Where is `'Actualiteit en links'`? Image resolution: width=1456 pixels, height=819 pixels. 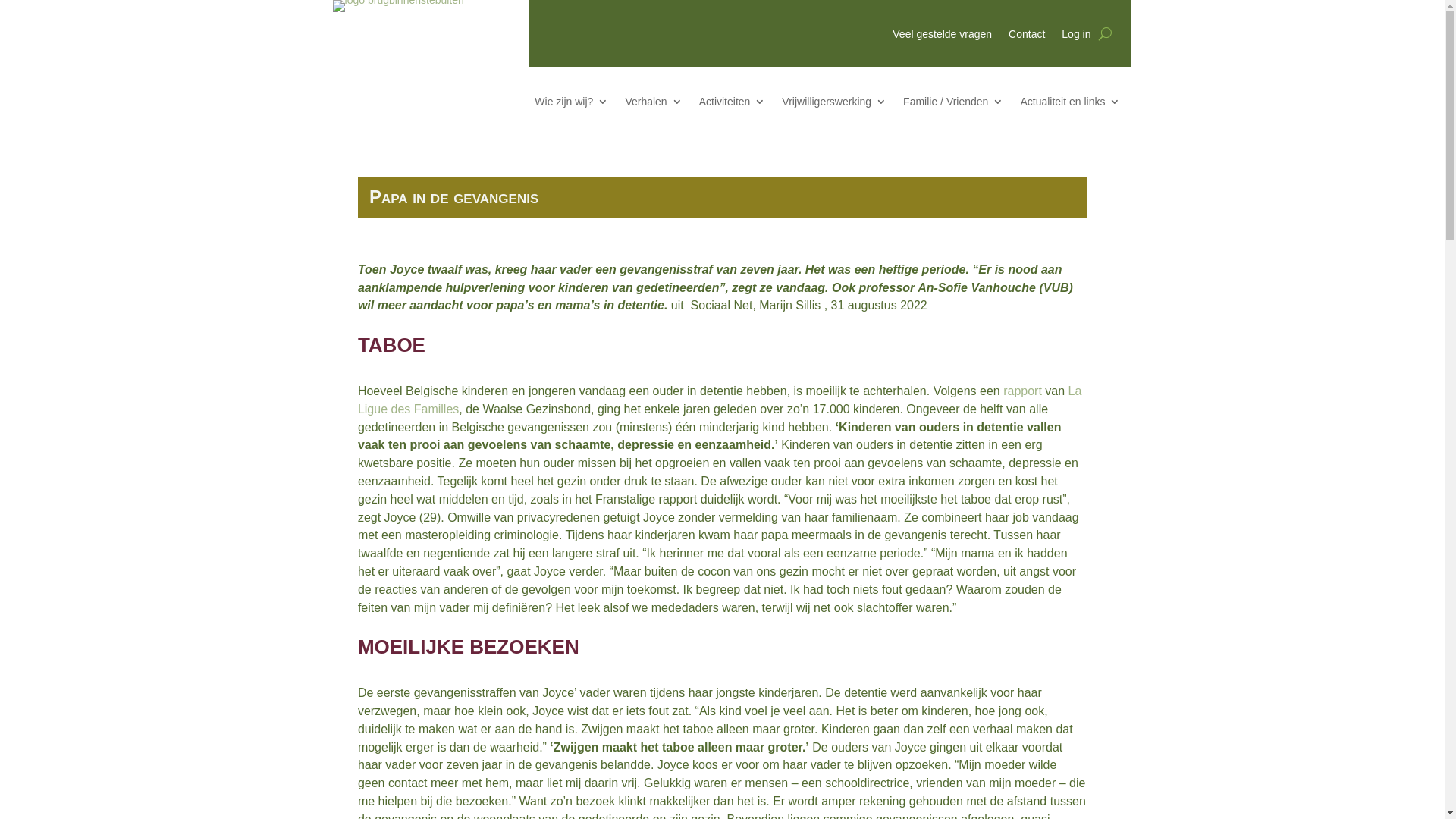
'Actualiteit en links' is located at coordinates (1069, 104).